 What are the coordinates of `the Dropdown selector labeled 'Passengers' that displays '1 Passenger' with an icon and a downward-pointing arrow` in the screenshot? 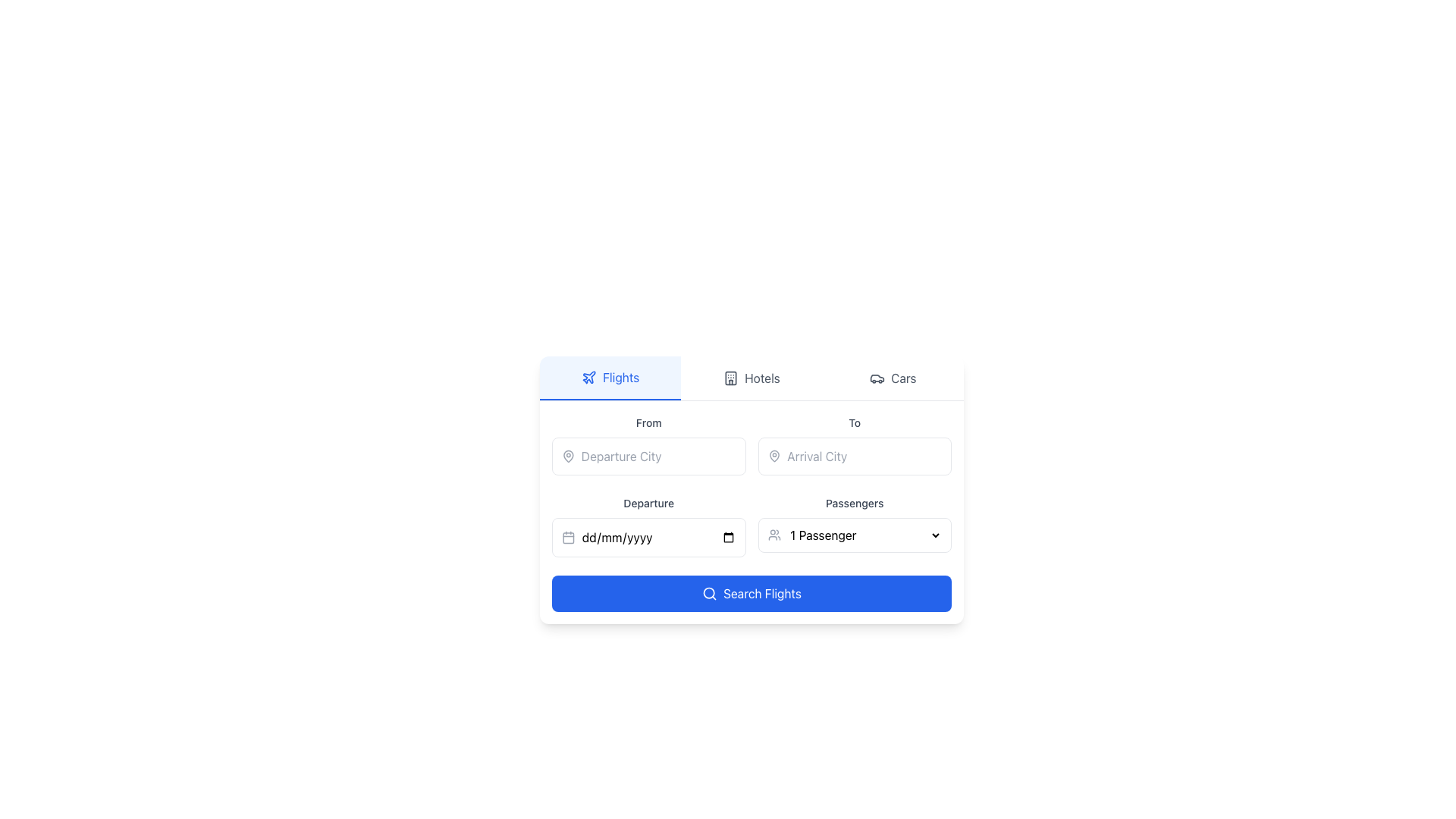 It's located at (855, 525).